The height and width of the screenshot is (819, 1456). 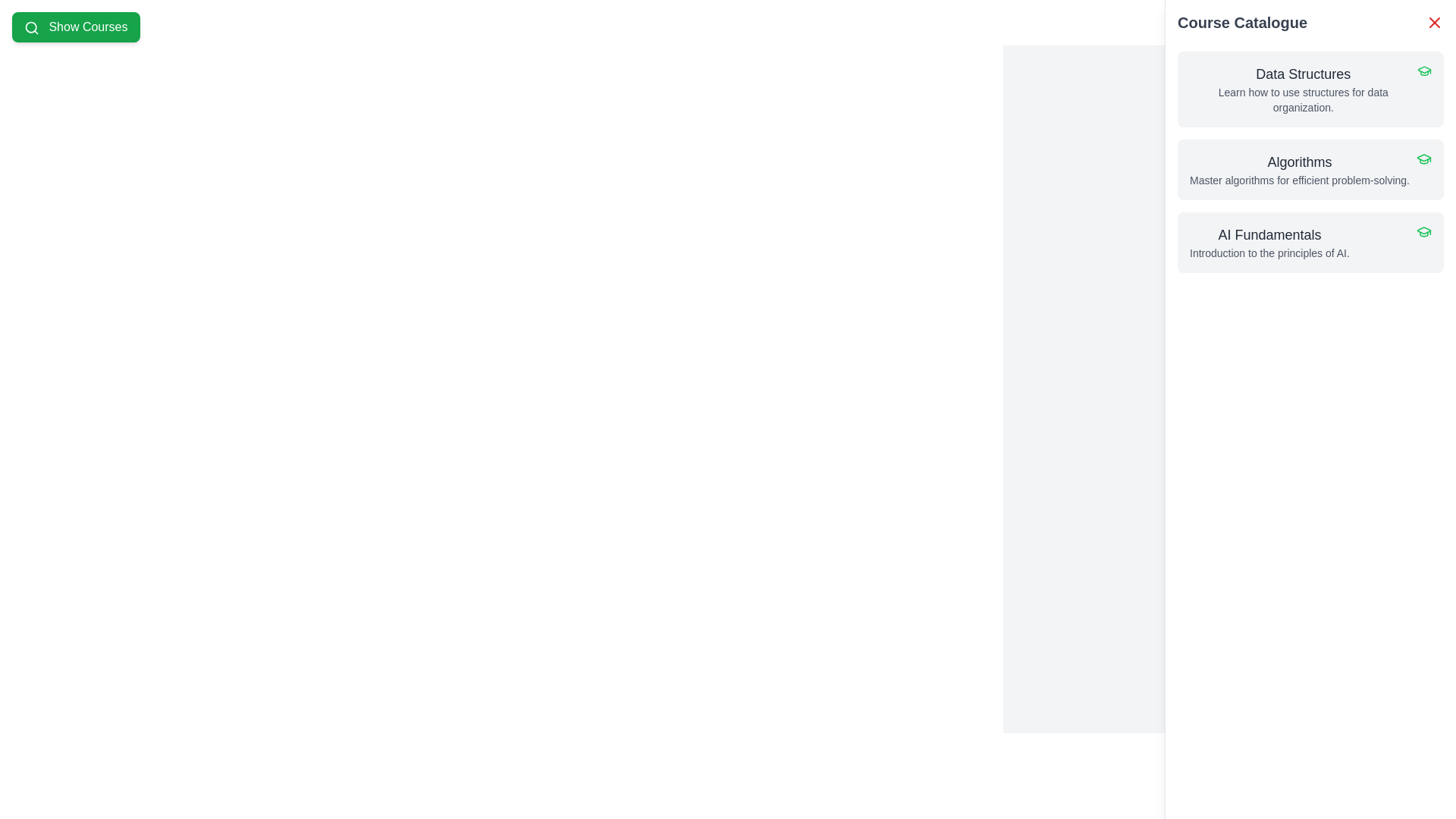 What do you see at coordinates (1269, 242) in the screenshot?
I see `the 'AI Fundamentals' course entry text element` at bounding box center [1269, 242].